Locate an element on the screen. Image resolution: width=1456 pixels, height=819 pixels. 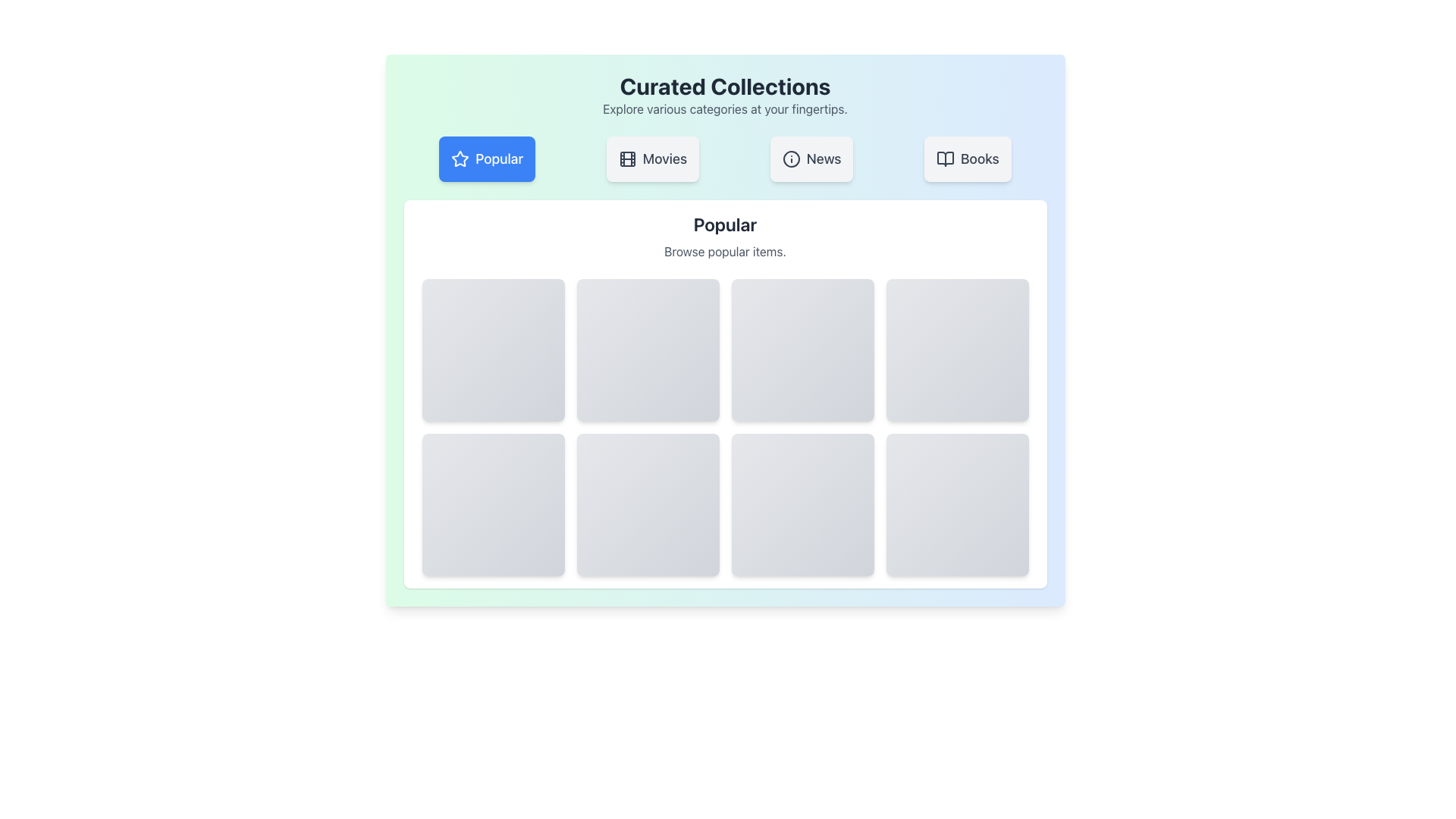
the Text Label displaying 'Curated Collections', which is located above the text 'Explore various categories at your fingertips.' is located at coordinates (724, 86).